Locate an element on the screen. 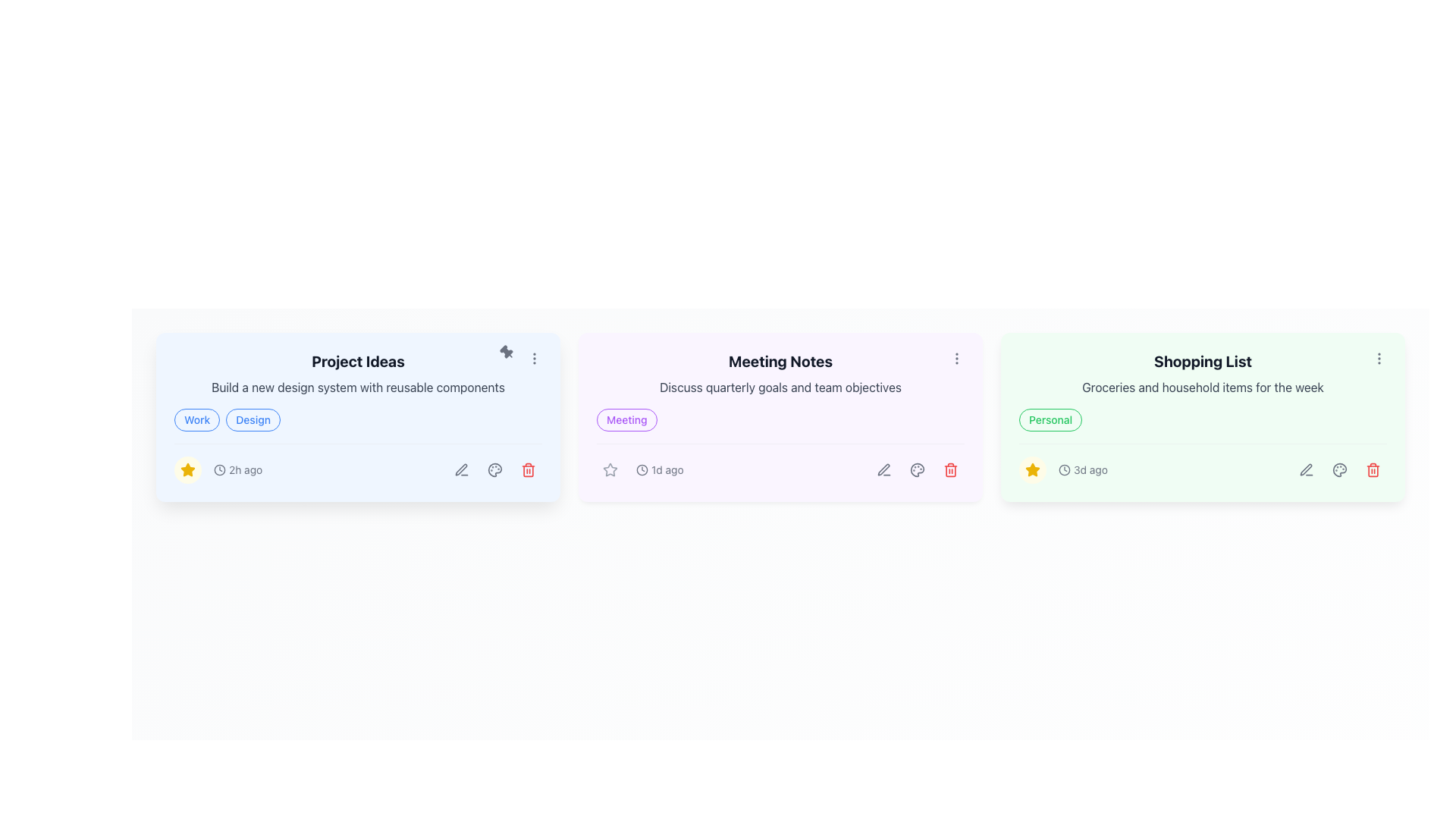  the timestamp information text element located at the bottom-left of the 'Meeting Notes' card, positioned to the right of the star icon is located at coordinates (660, 469).